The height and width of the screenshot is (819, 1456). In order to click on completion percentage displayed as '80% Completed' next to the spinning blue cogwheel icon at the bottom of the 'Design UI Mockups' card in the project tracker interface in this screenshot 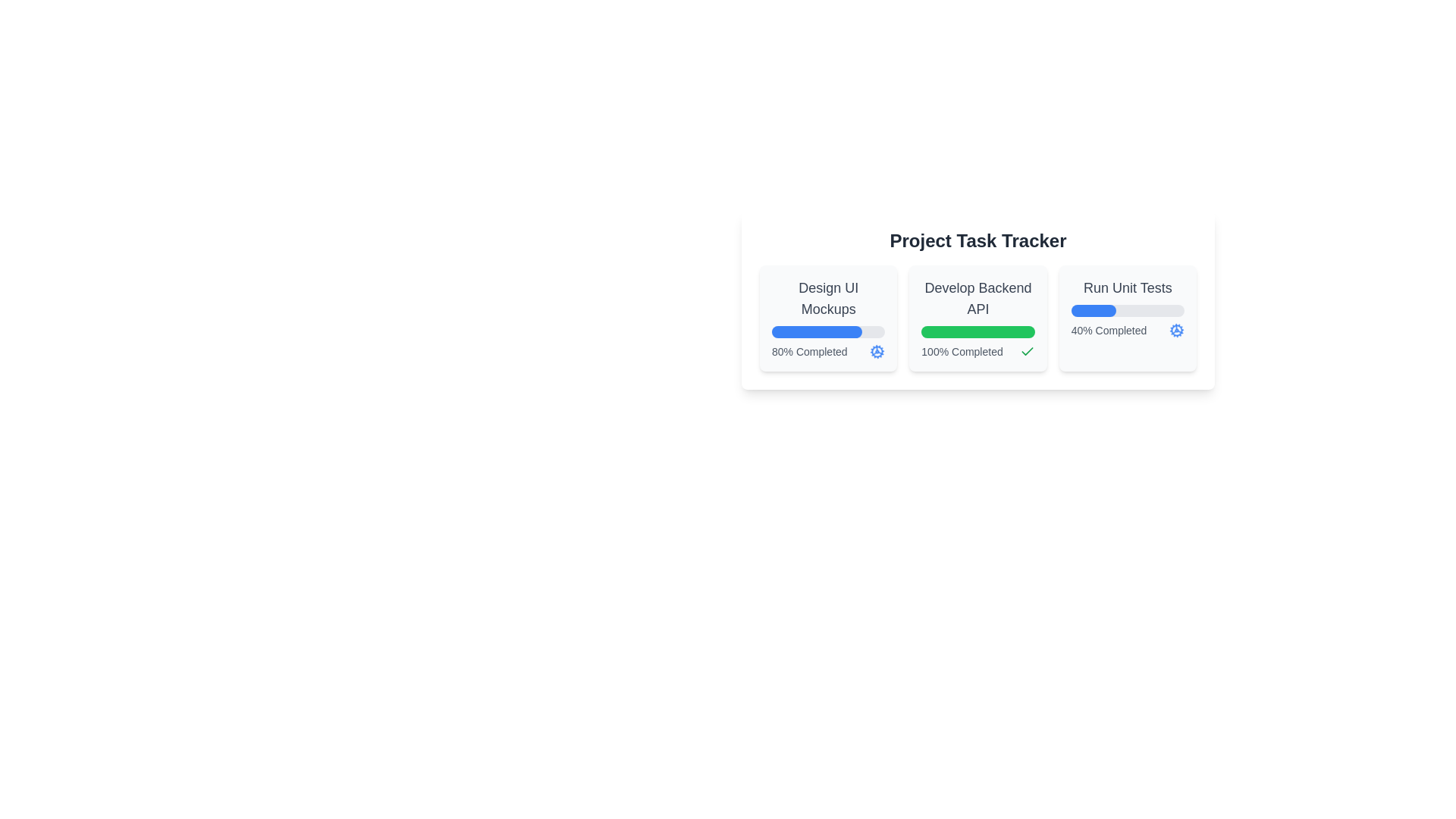, I will do `click(827, 351)`.